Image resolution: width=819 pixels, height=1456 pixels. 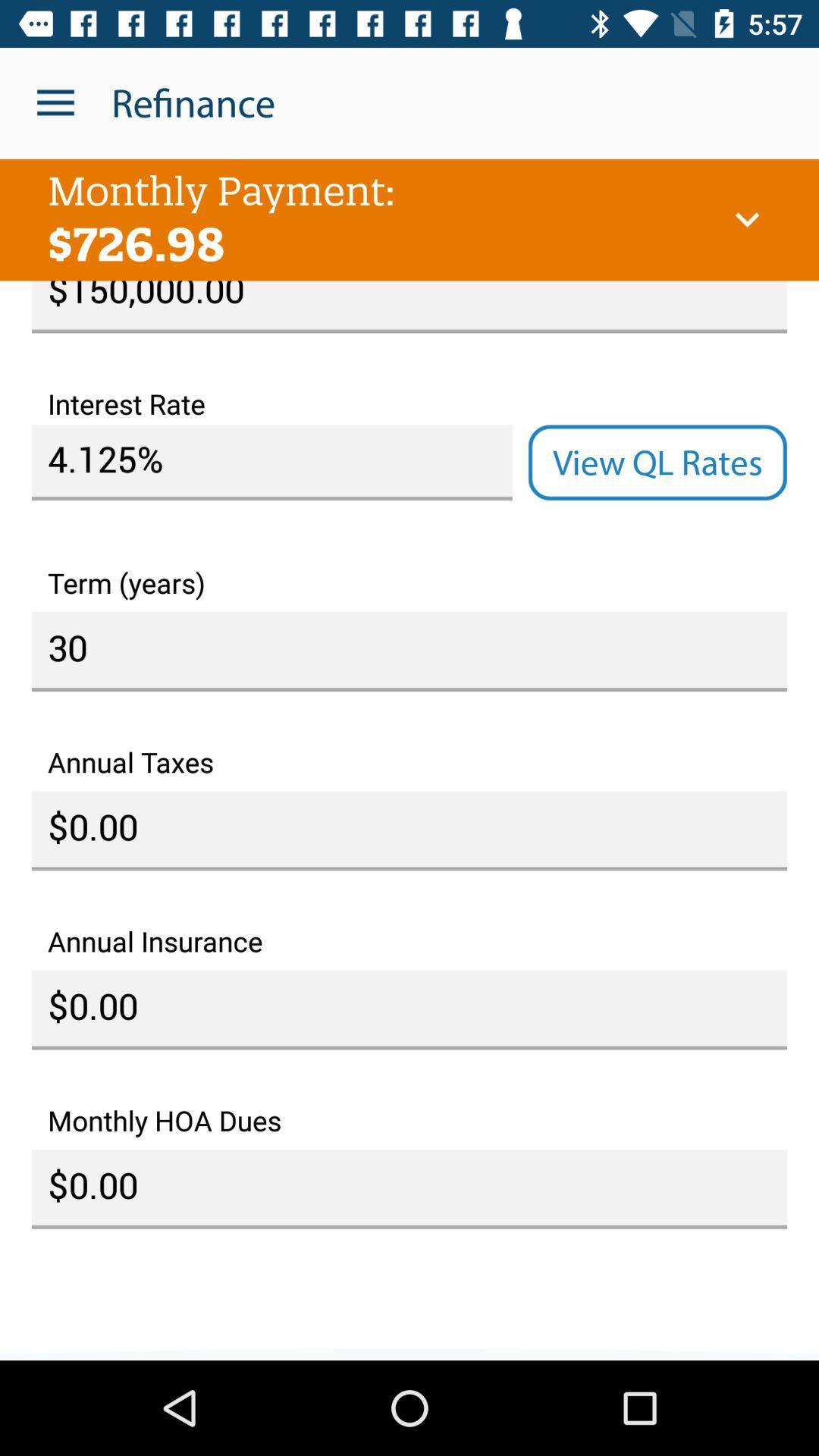 What do you see at coordinates (55, 102) in the screenshot?
I see `icon next to the refinance` at bounding box center [55, 102].